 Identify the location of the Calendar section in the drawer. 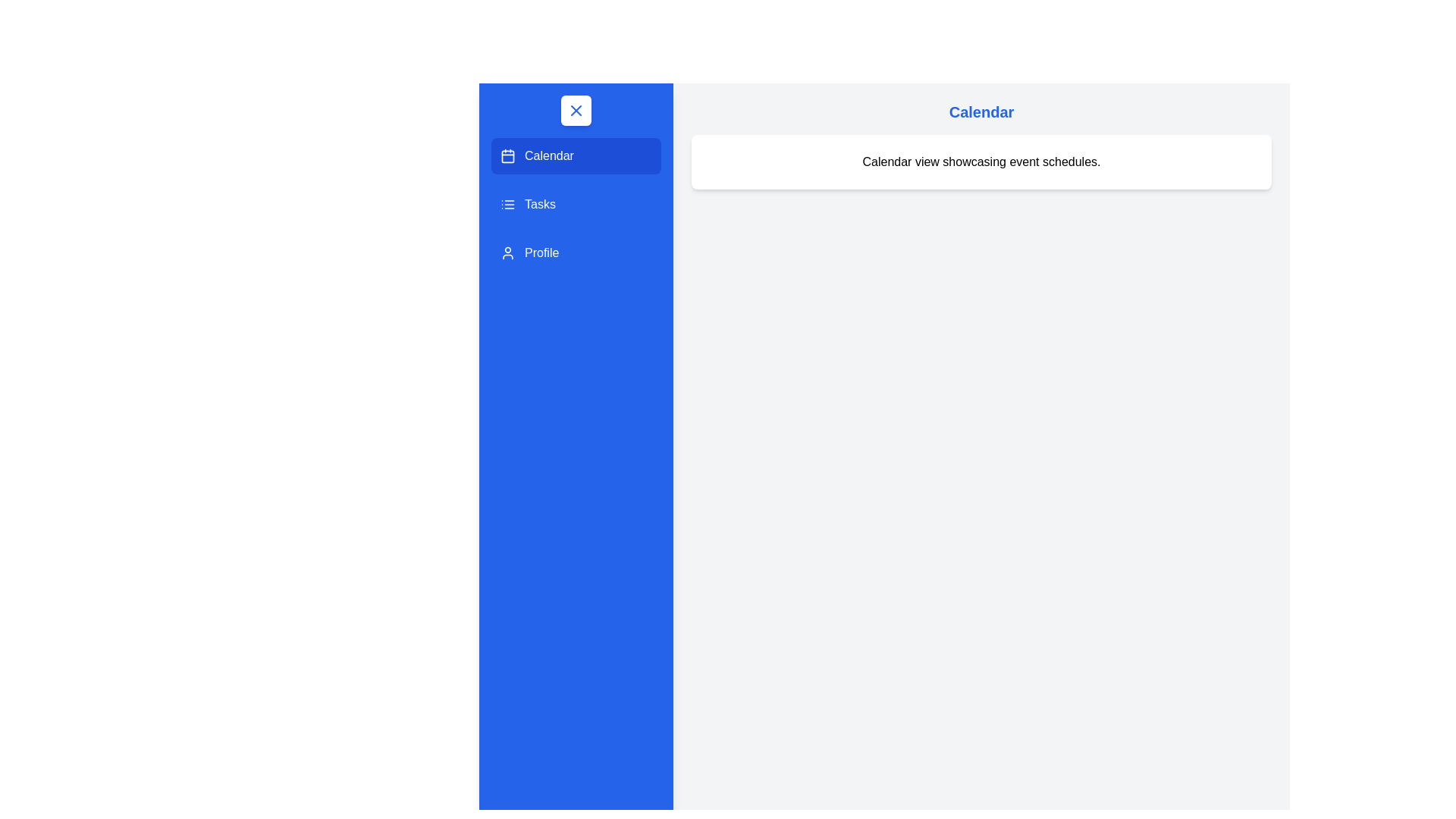
(575, 155).